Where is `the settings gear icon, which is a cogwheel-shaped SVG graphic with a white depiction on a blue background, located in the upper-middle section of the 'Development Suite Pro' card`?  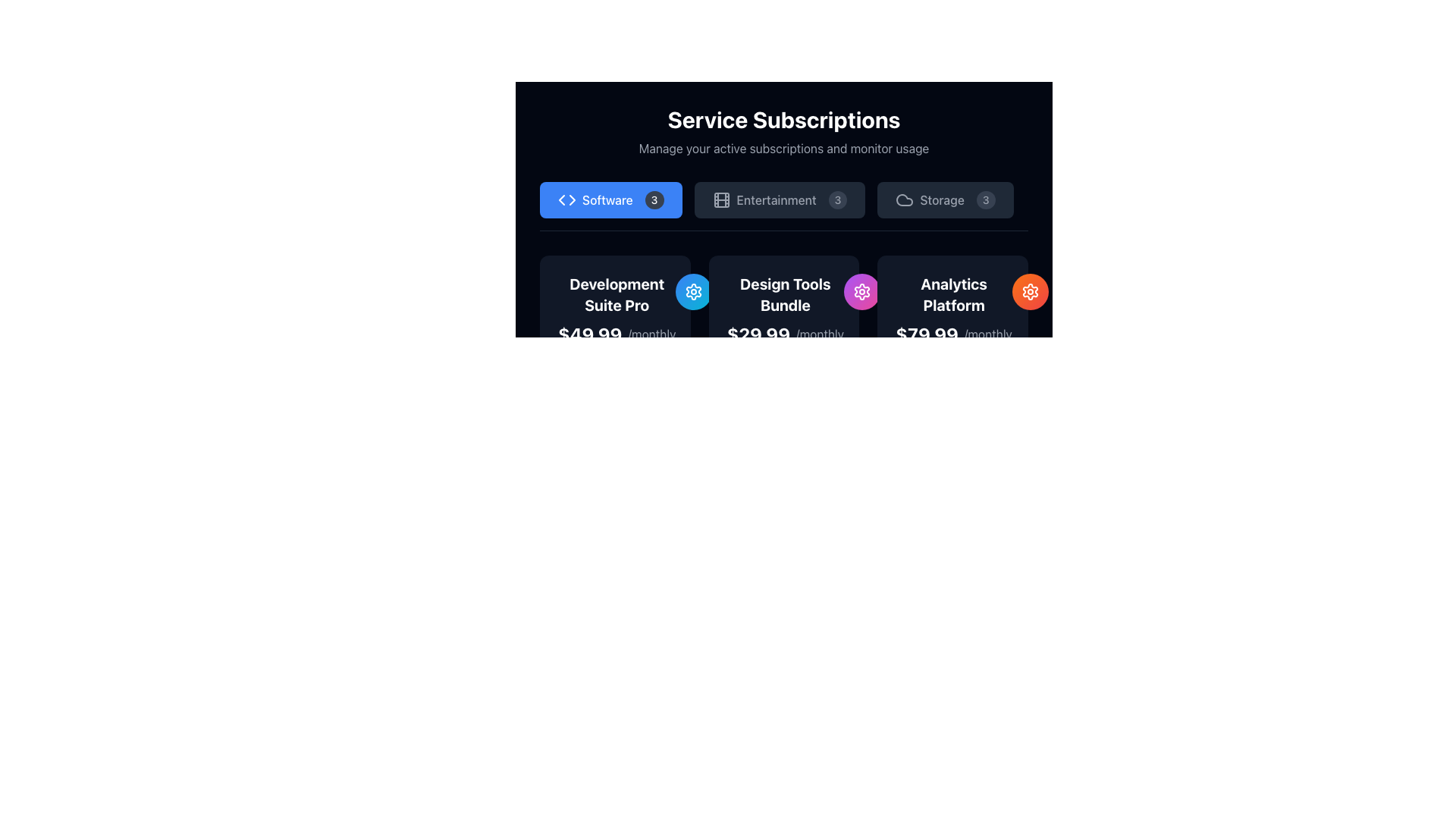 the settings gear icon, which is a cogwheel-shaped SVG graphic with a white depiction on a blue background, located in the upper-middle section of the 'Development Suite Pro' card is located at coordinates (693, 292).